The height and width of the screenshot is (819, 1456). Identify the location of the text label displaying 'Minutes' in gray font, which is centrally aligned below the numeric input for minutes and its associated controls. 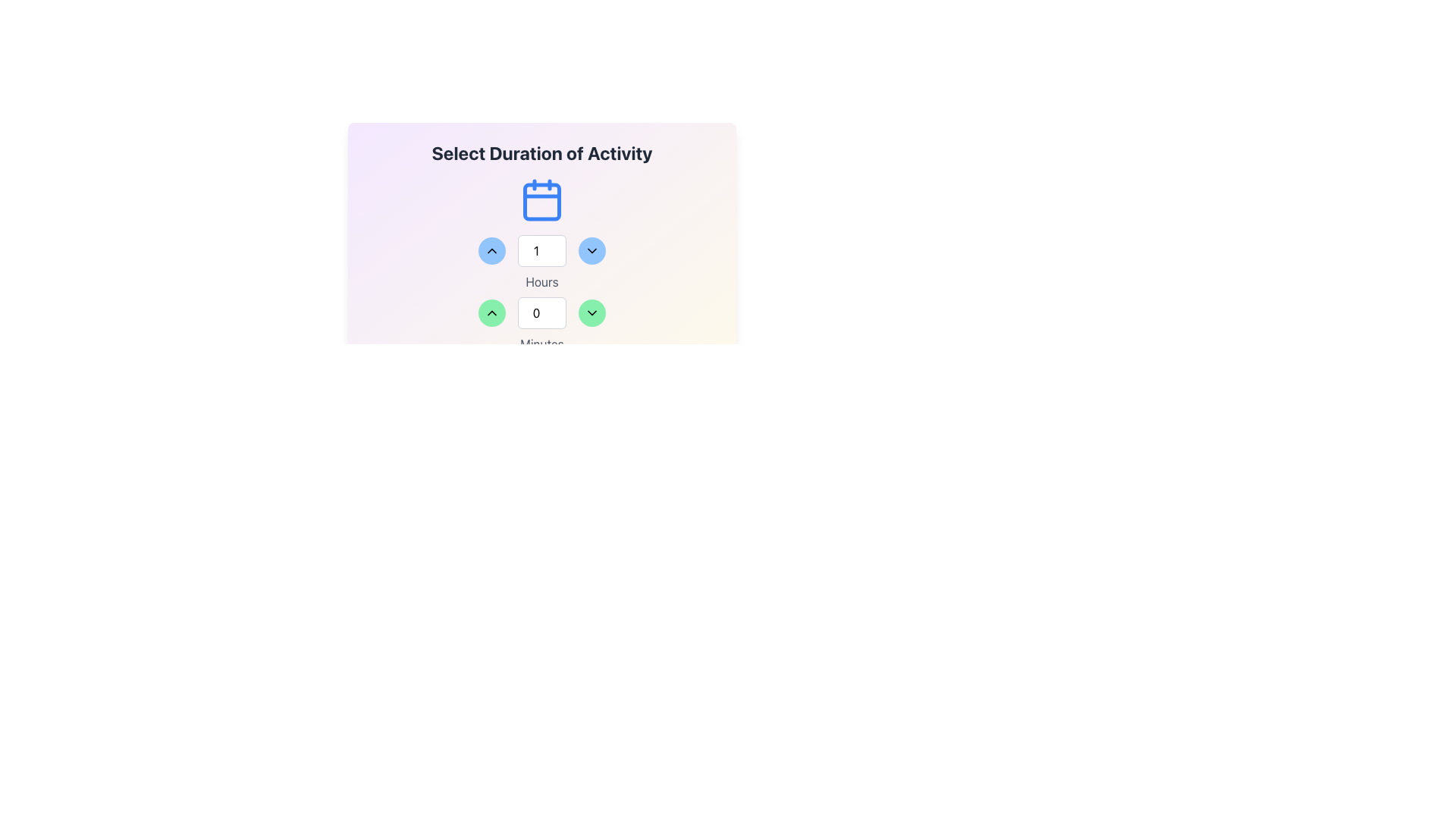
(542, 344).